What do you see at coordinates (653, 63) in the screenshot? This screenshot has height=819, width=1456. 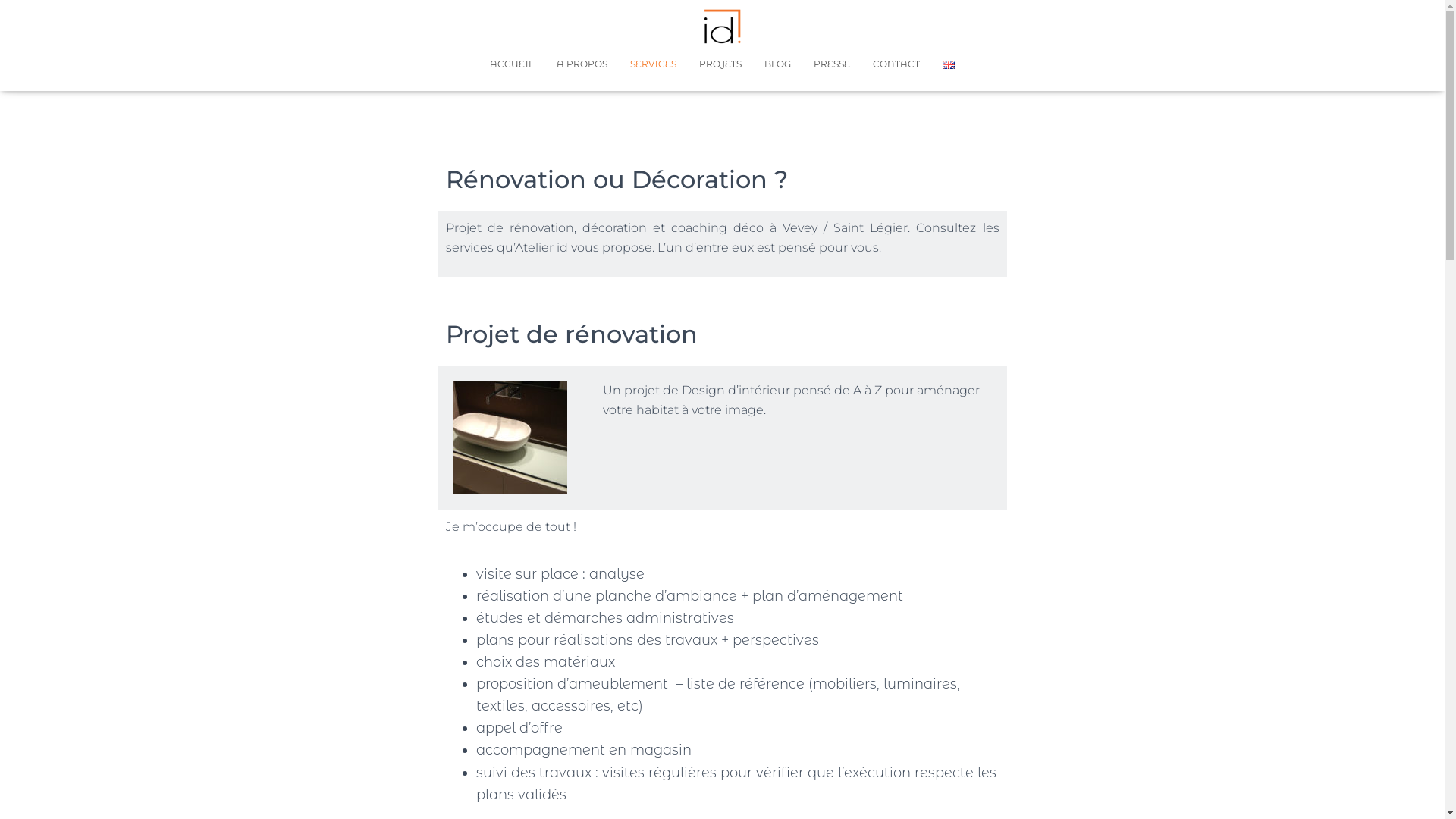 I see `'SERVICES'` at bounding box center [653, 63].